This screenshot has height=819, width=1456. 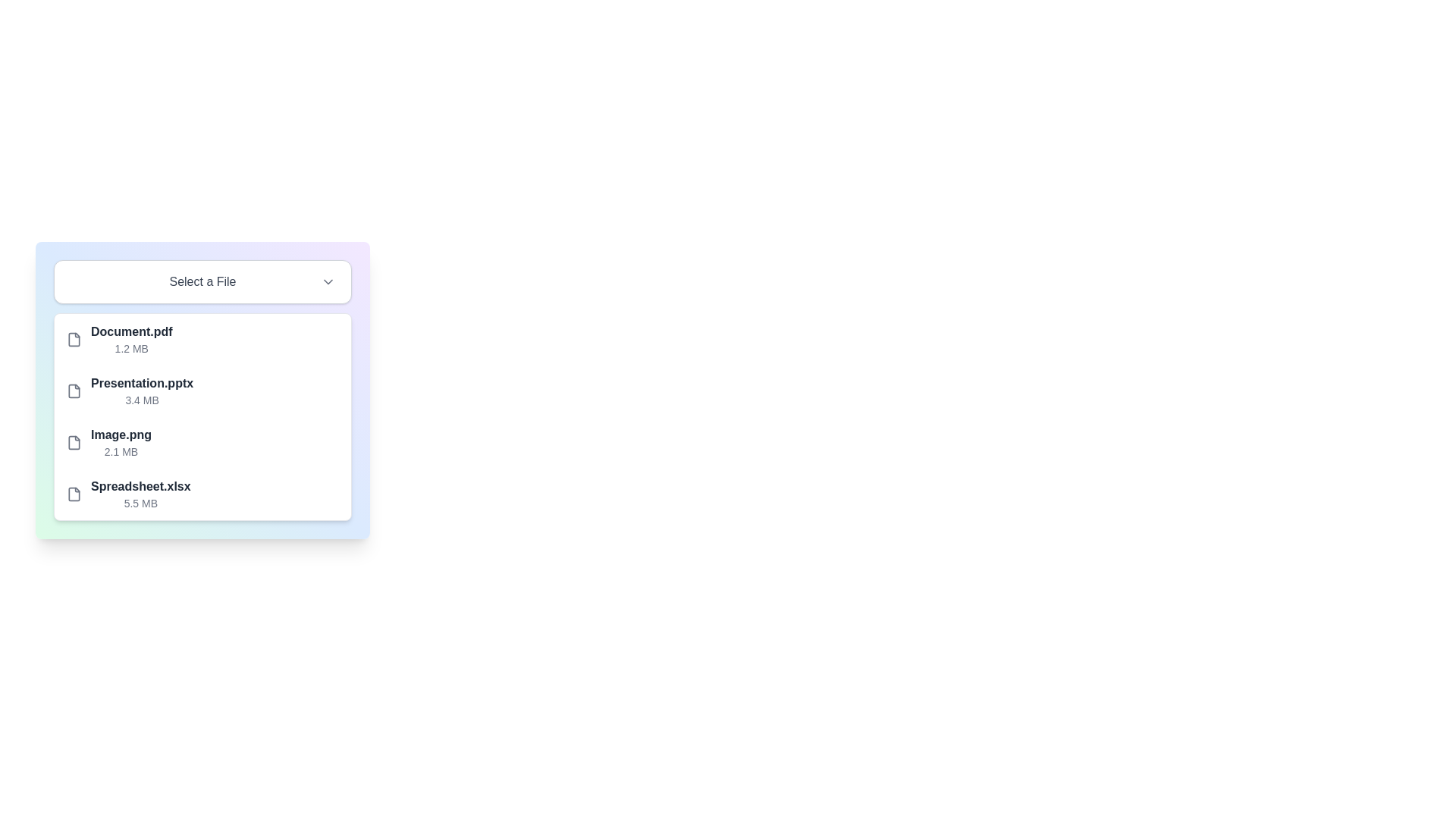 I want to click on the file, so click(x=131, y=331).